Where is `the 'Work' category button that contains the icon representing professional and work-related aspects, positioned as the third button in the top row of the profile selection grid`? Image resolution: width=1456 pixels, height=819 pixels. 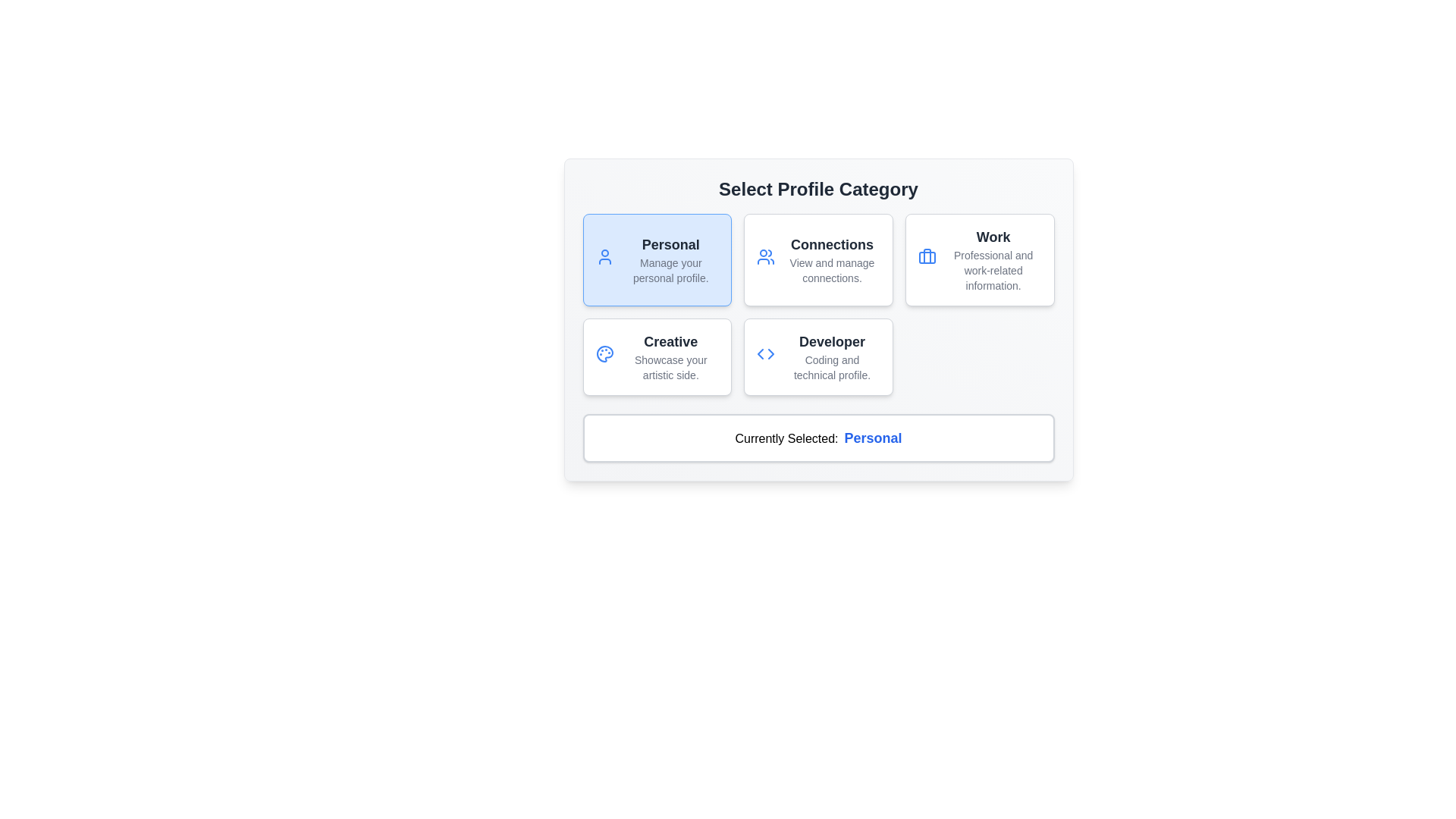
the 'Work' category button that contains the icon representing professional and work-related aspects, positioned as the third button in the top row of the profile selection grid is located at coordinates (926, 256).